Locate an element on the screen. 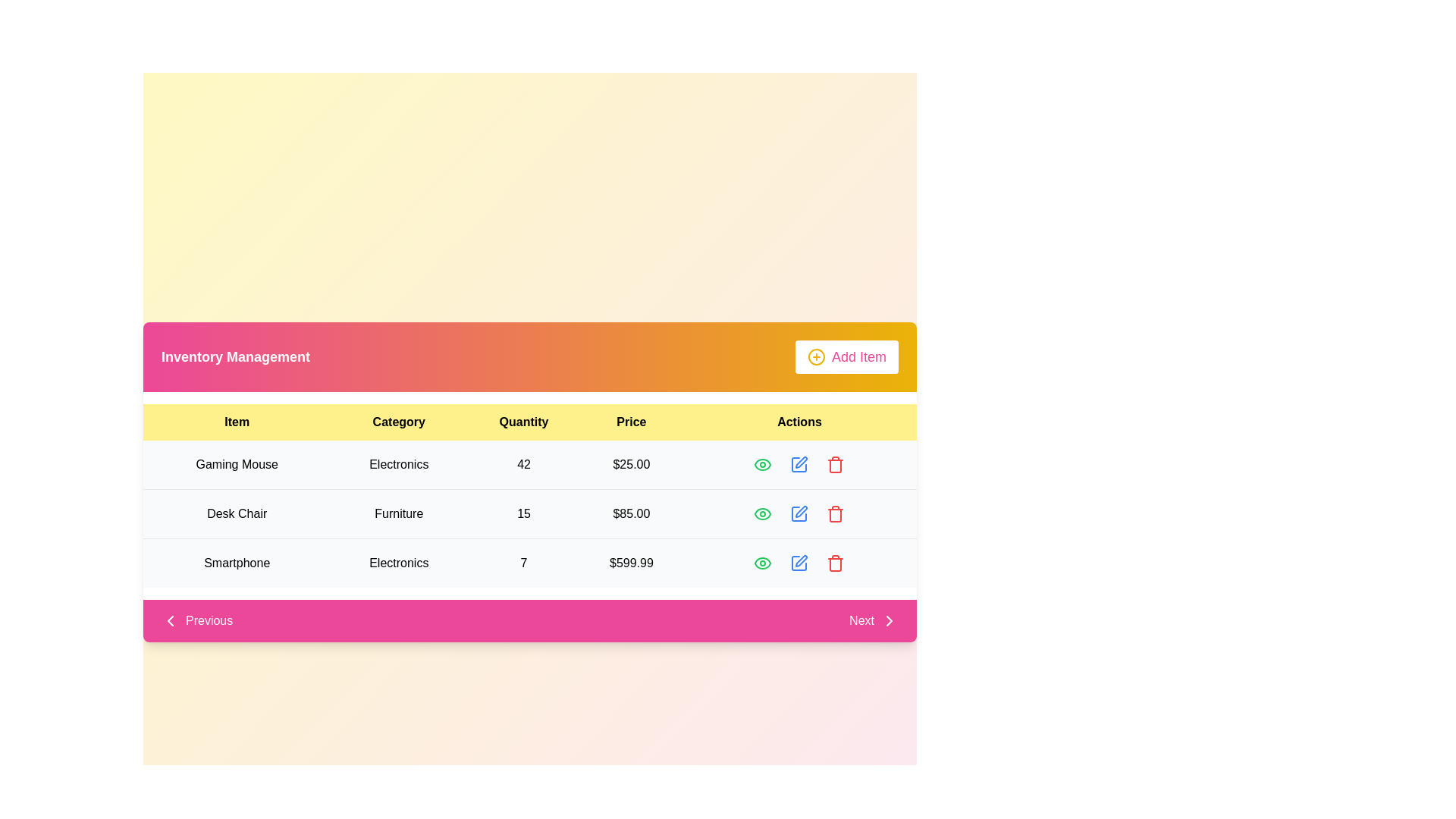  the pen icon button located in the 'Actions' column of the table corresponding to 'Desk Chair' is located at coordinates (801, 512).